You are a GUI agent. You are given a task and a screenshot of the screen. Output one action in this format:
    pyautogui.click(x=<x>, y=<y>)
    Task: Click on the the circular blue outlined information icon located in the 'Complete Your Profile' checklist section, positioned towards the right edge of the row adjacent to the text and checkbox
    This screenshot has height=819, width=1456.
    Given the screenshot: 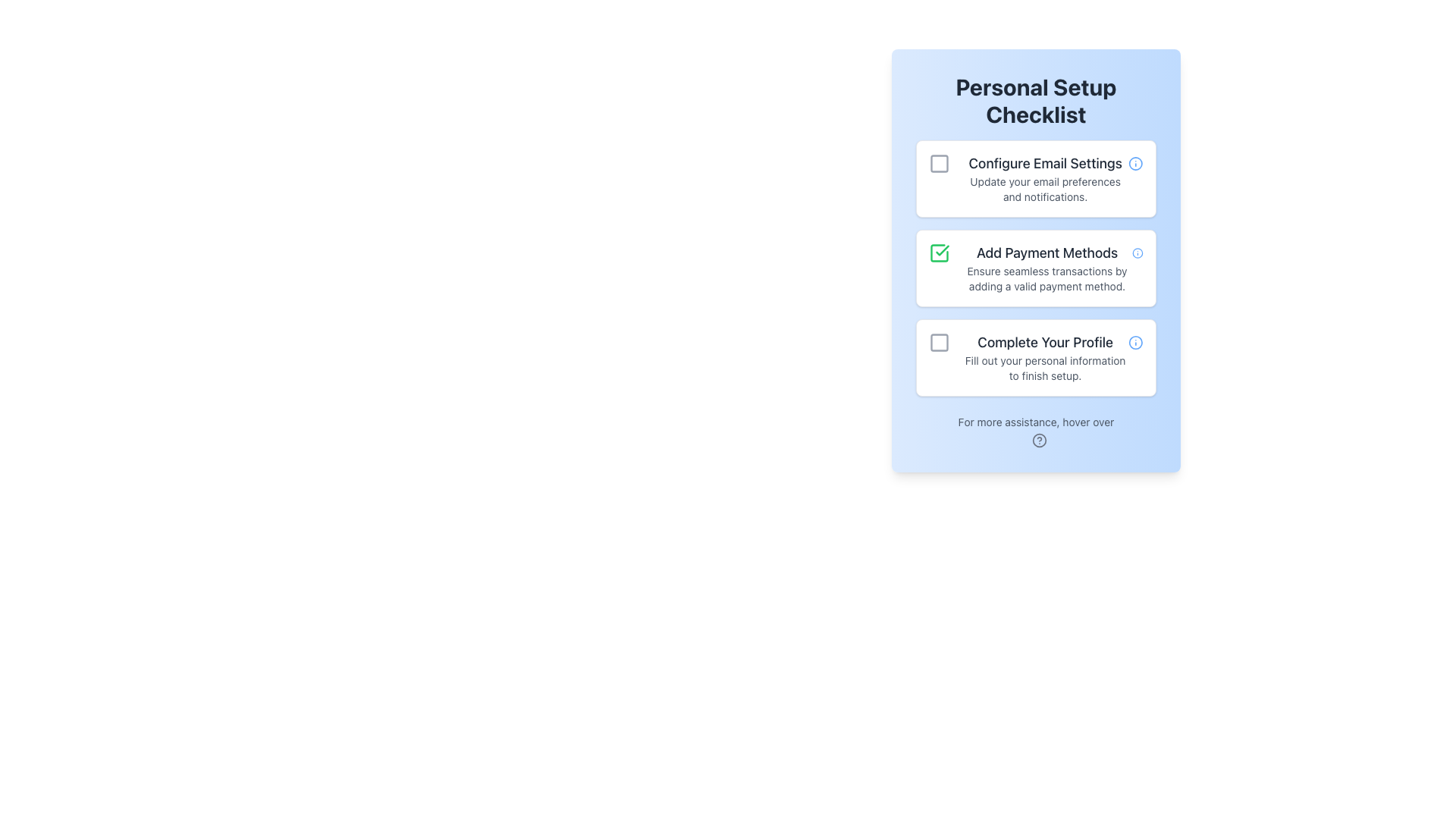 What is the action you would take?
    pyautogui.click(x=1136, y=342)
    